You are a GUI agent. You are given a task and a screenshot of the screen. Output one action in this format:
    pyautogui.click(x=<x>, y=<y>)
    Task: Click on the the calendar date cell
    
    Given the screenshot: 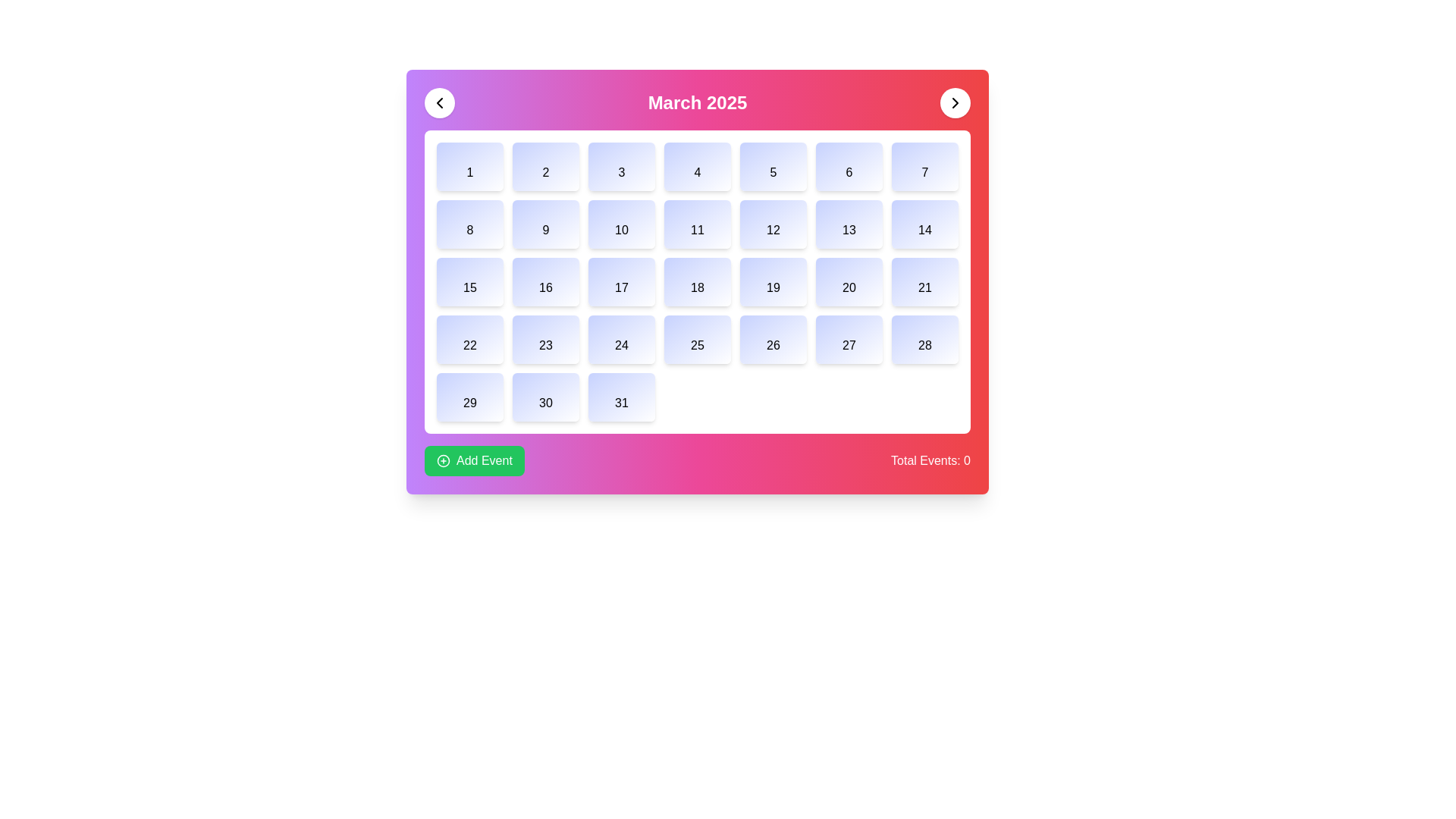 What is the action you would take?
    pyautogui.click(x=622, y=338)
    